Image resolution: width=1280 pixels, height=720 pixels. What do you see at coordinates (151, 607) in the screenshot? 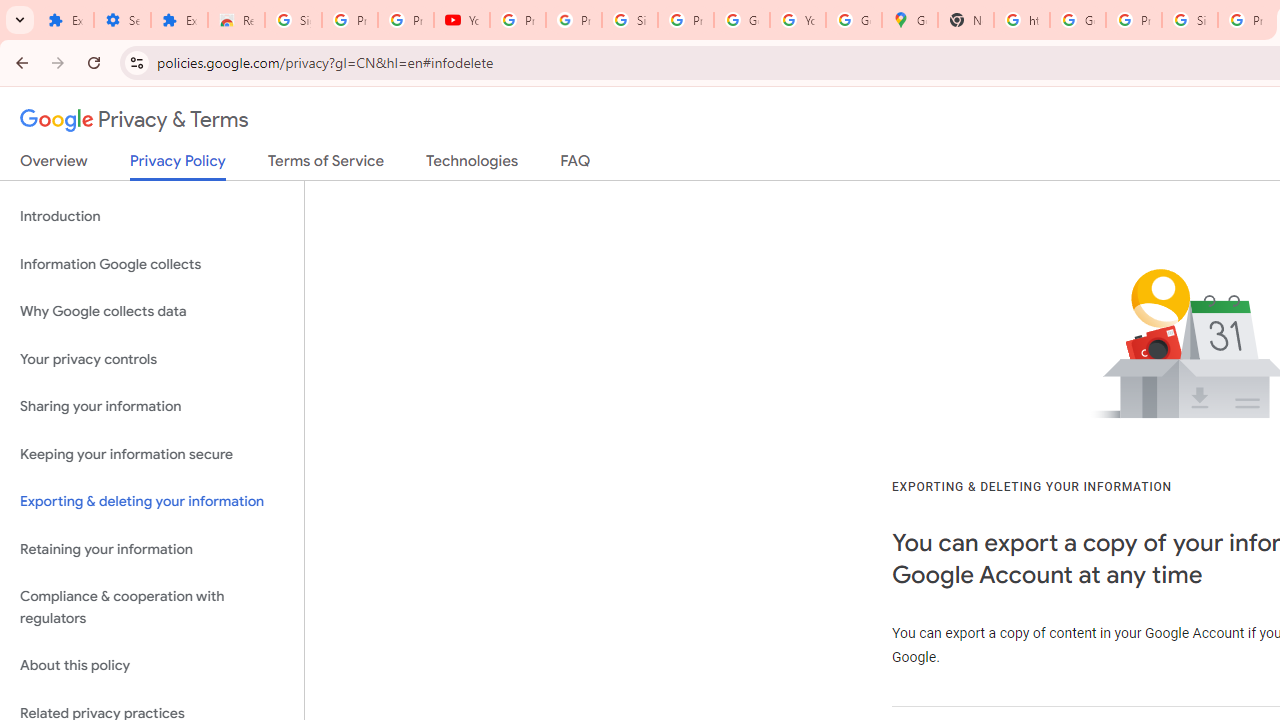
I see `'Compliance & cooperation with regulators'` at bounding box center [151, 607].